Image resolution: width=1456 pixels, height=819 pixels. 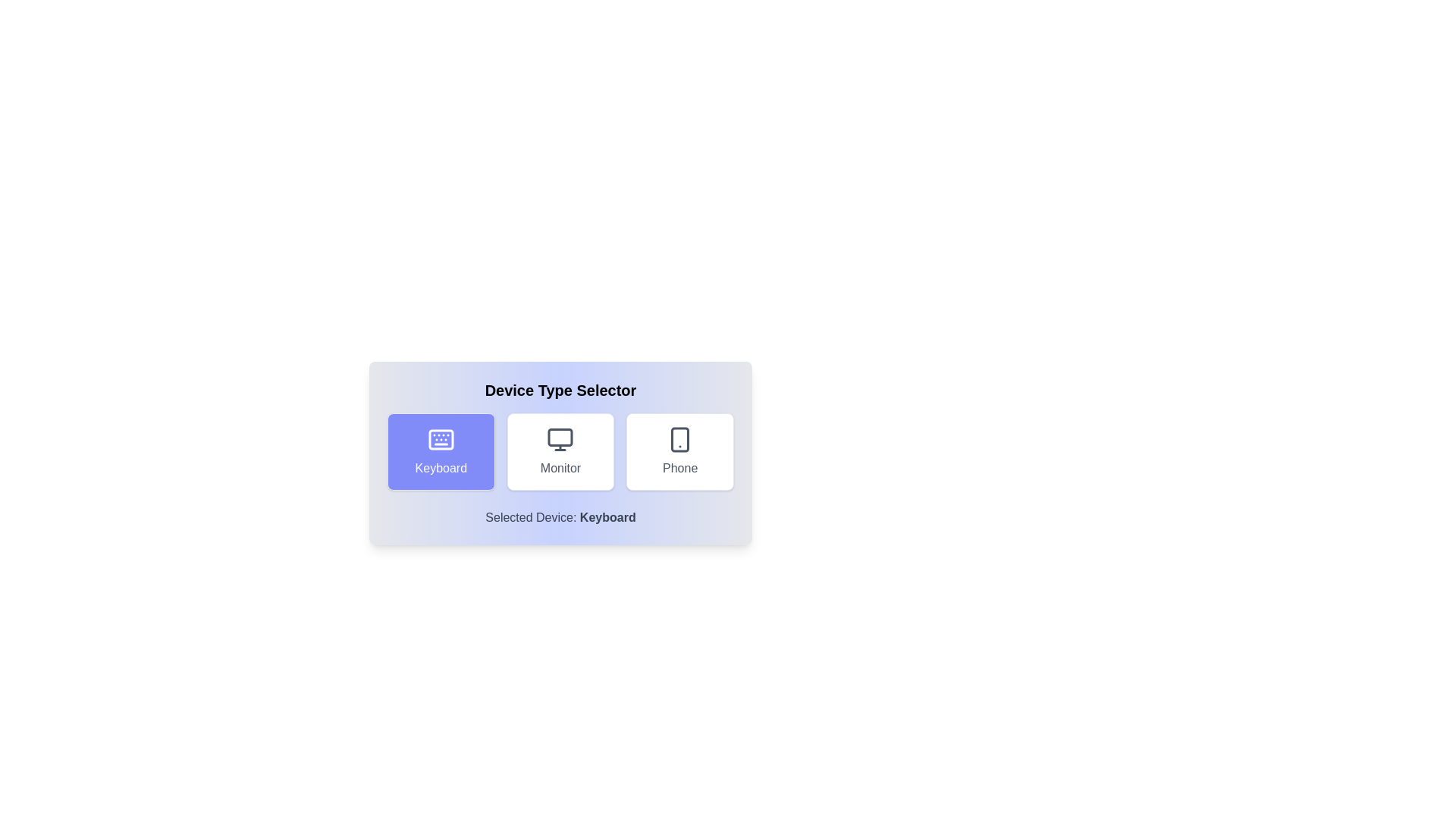 What do you see at coordinates (560, 516) in the screenshot?
I see `the text 'Selected Device: Keyboard' to copy it` at bounding box center [560, 516].